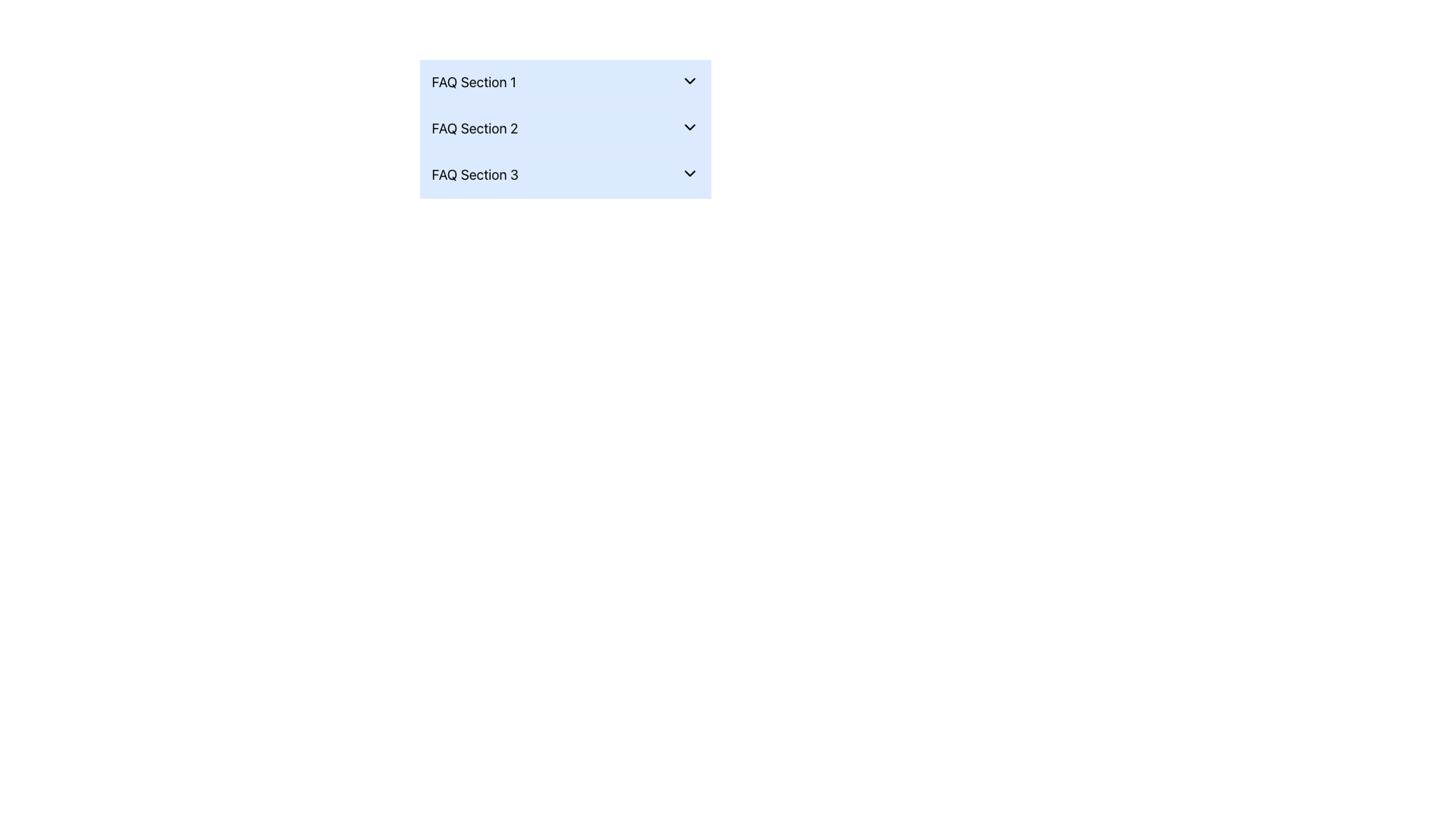 This screenshot has width=1456, height=819. What do you see at coordinates (689, 81) in the screenshot?
I see `the chevron down icon button located to the right of 'FAQ Section 1'` at bounding box center [689, 81].